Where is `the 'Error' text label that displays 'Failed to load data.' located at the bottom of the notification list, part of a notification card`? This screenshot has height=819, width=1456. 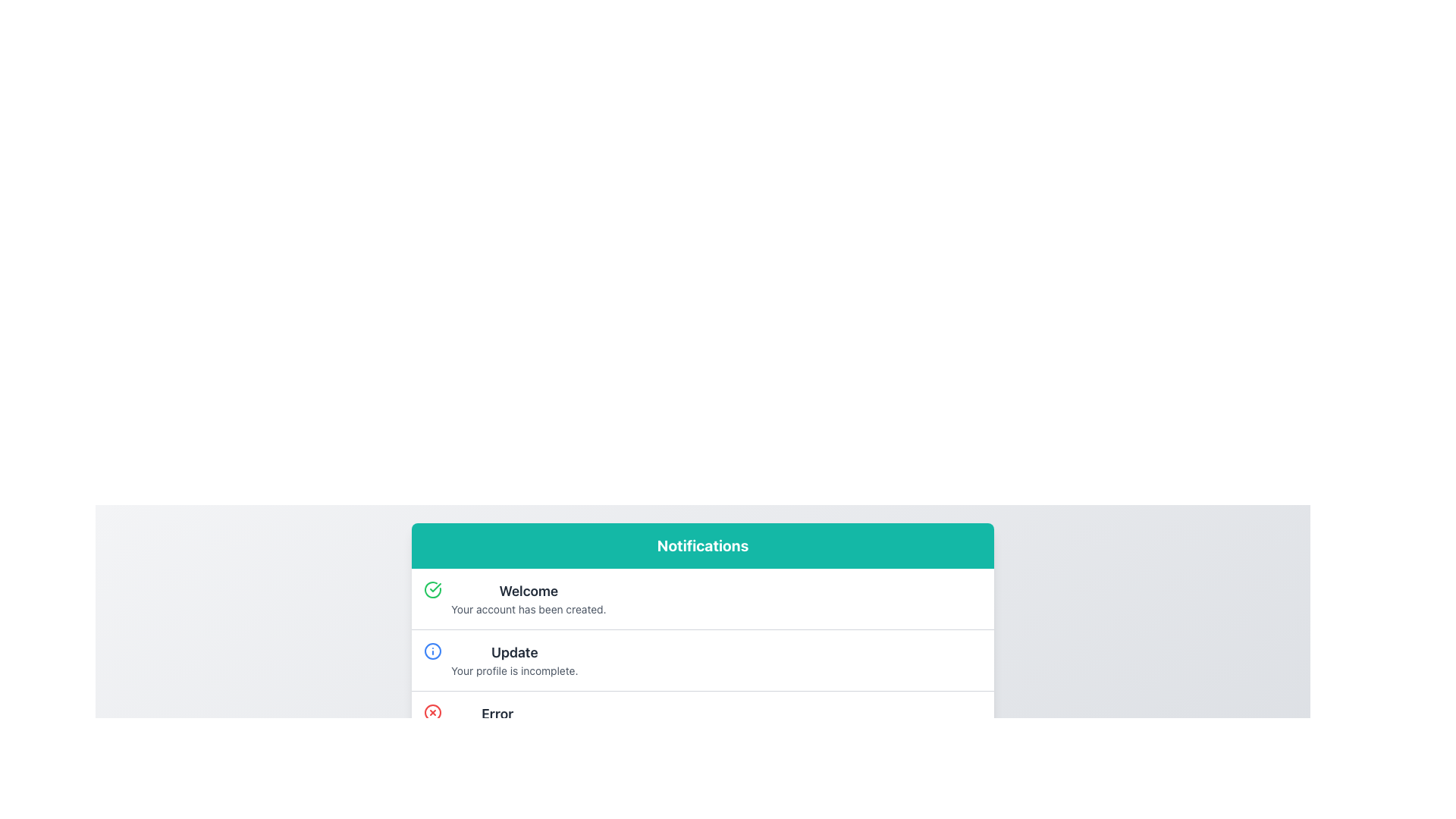
the 'Error' text label that displays 'Failed to load data.' located at the bottom of the notification list, part of a notification card is located at coordinates (497, 721).